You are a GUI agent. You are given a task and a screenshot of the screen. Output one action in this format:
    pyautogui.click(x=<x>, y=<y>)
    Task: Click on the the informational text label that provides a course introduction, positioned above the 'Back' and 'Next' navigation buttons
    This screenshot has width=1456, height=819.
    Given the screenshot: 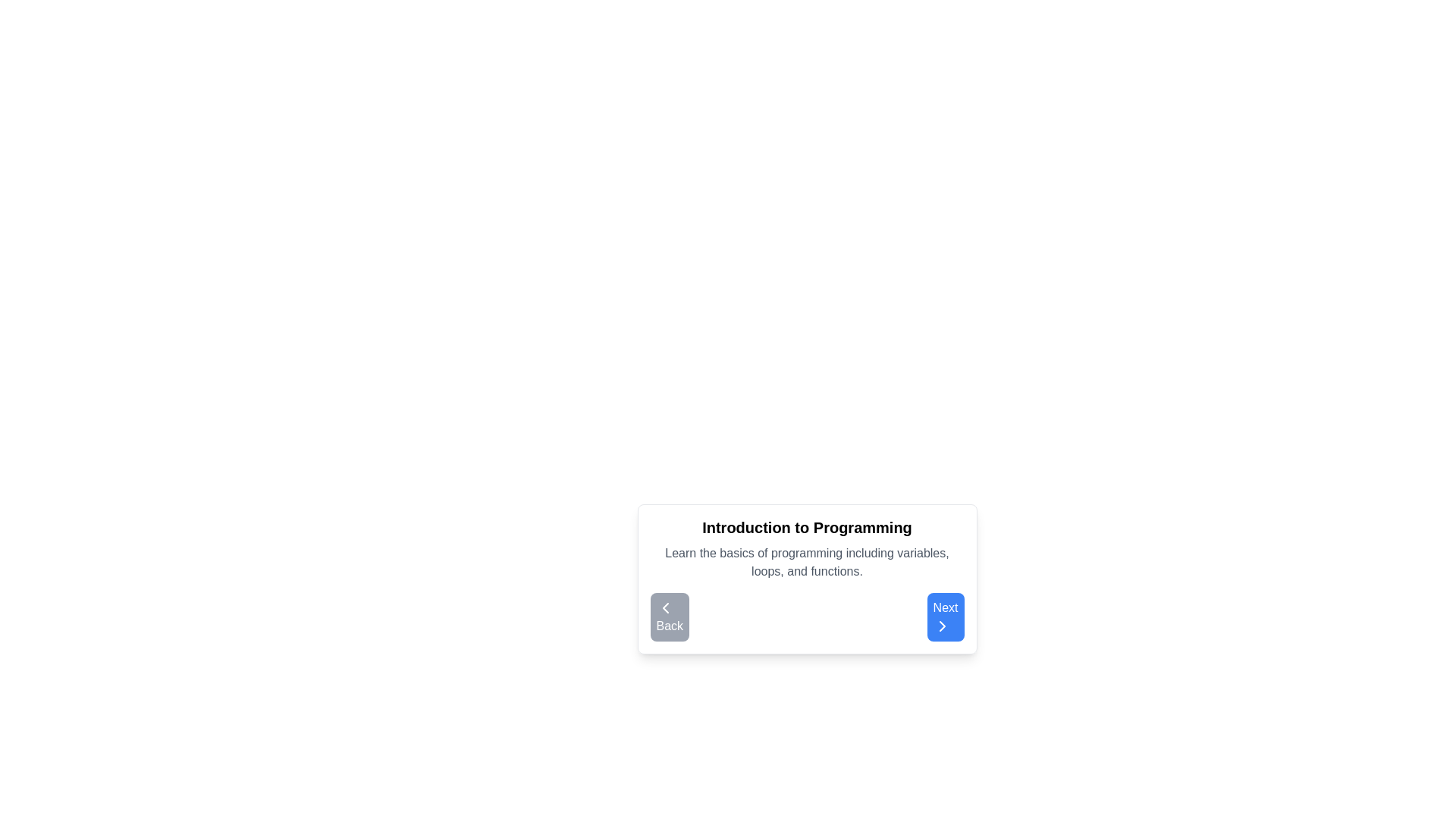 What is the action you would take?
    pyautogui.click(x=806, y=555)
    